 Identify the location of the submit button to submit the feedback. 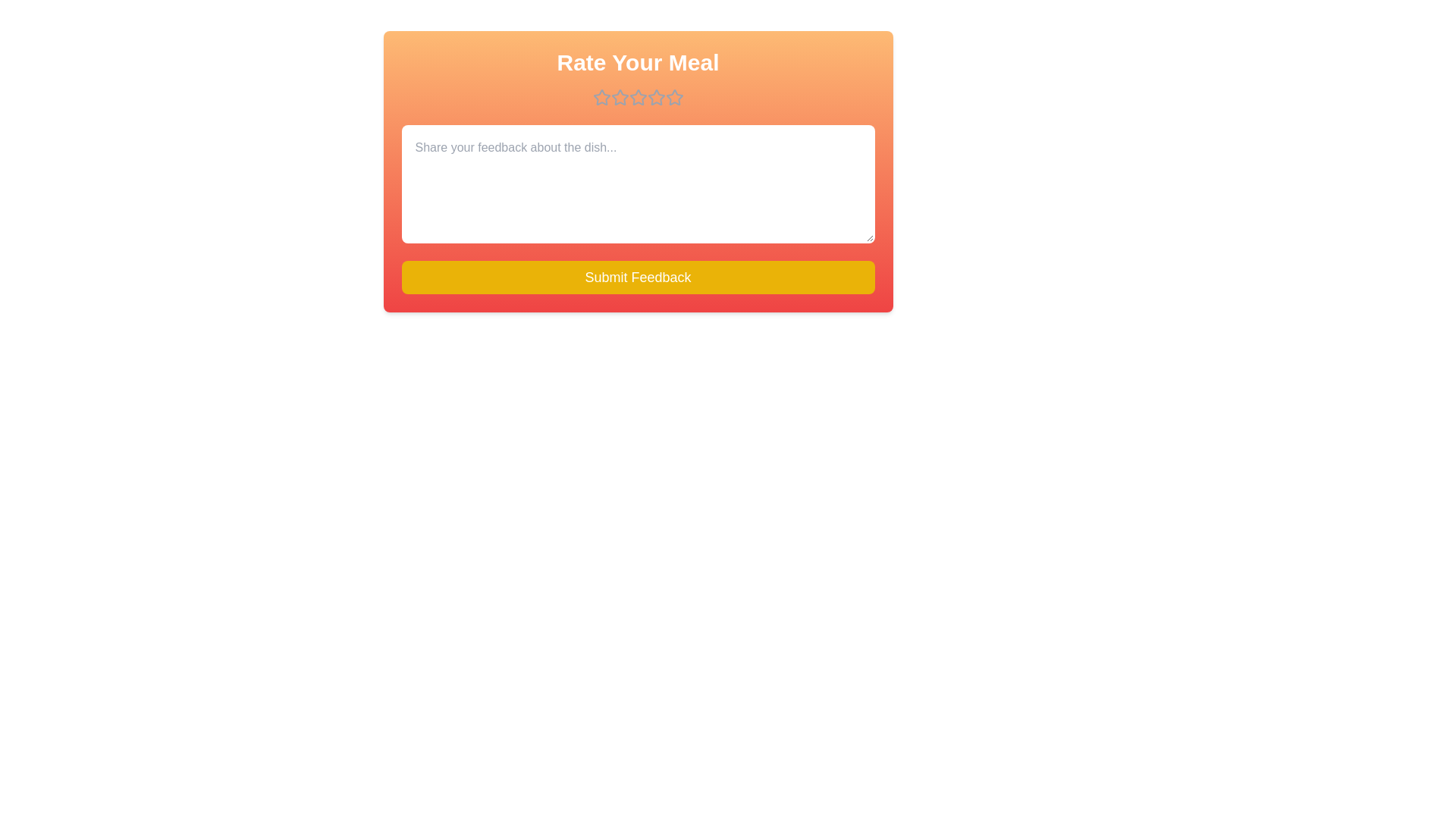
(638, 278).